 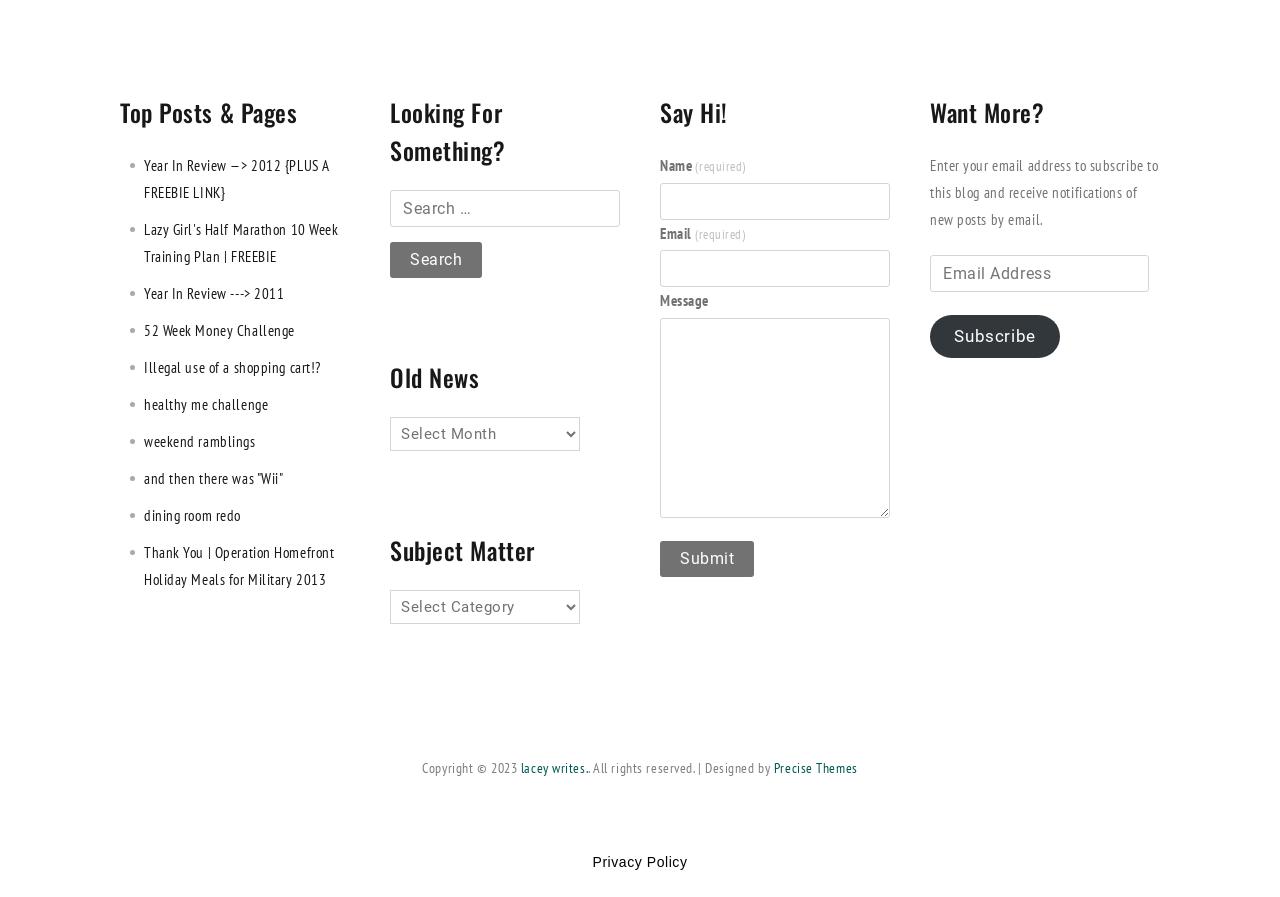 What do you see at coordinates (236, 176) in the screenshot?
I see `'Year In Review —> 2012 {PLUS A FREEBIE LINK}'` at bounding box center [236, 176].